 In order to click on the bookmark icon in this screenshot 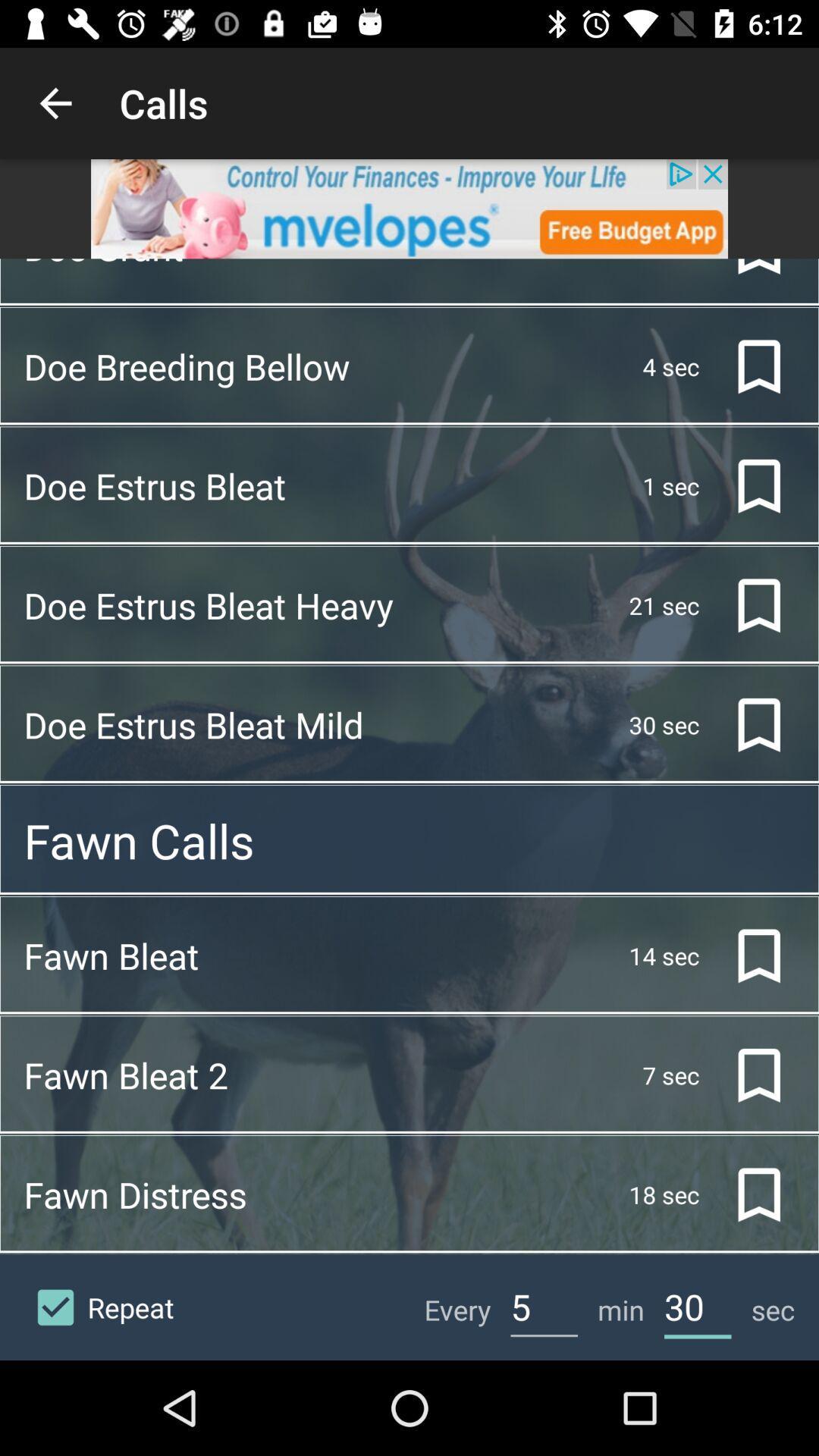, I will do `click(746, 486)`.